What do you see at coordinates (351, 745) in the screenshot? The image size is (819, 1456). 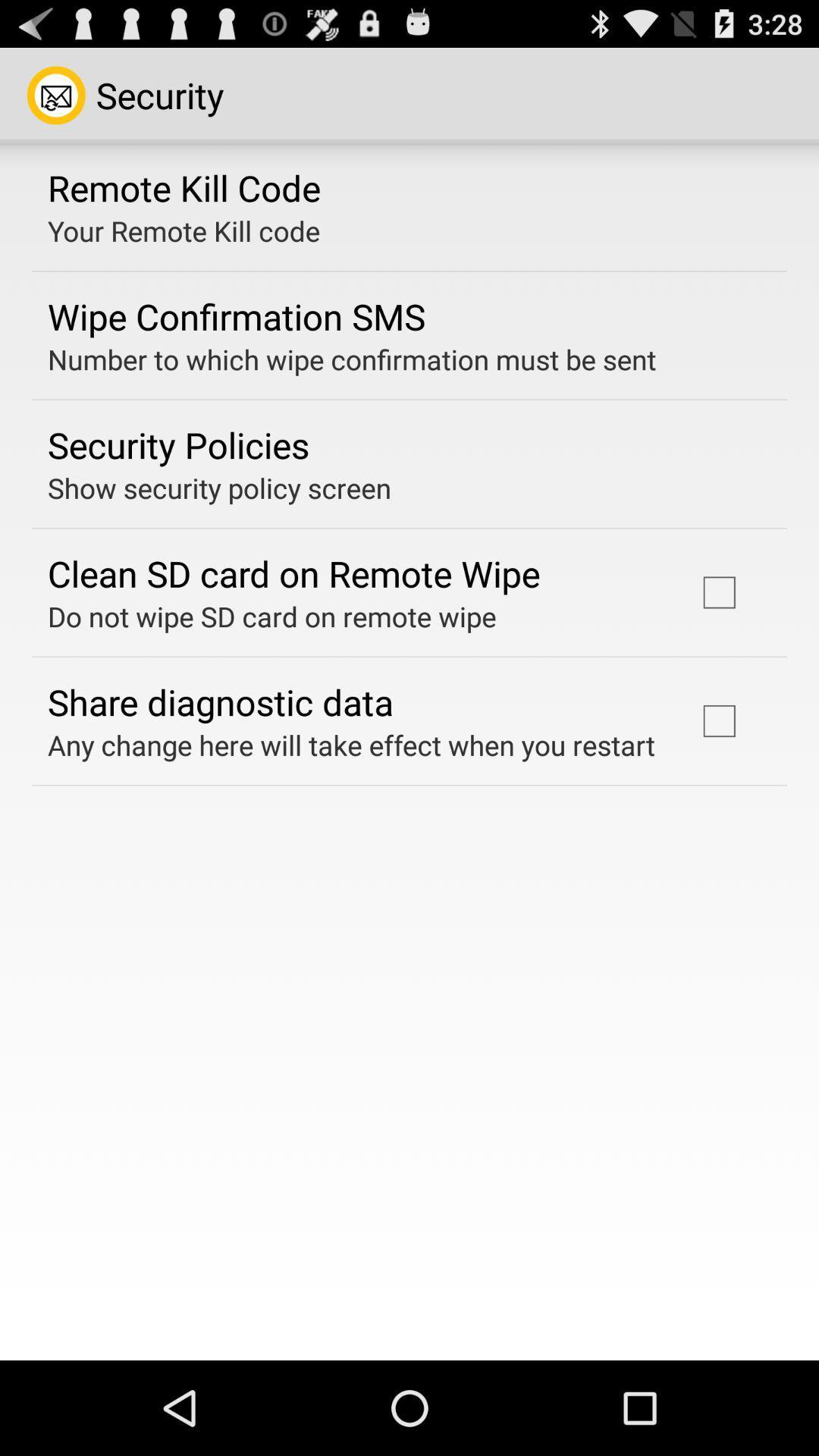 I see `any change here icon` at bounding box center [351, 745].